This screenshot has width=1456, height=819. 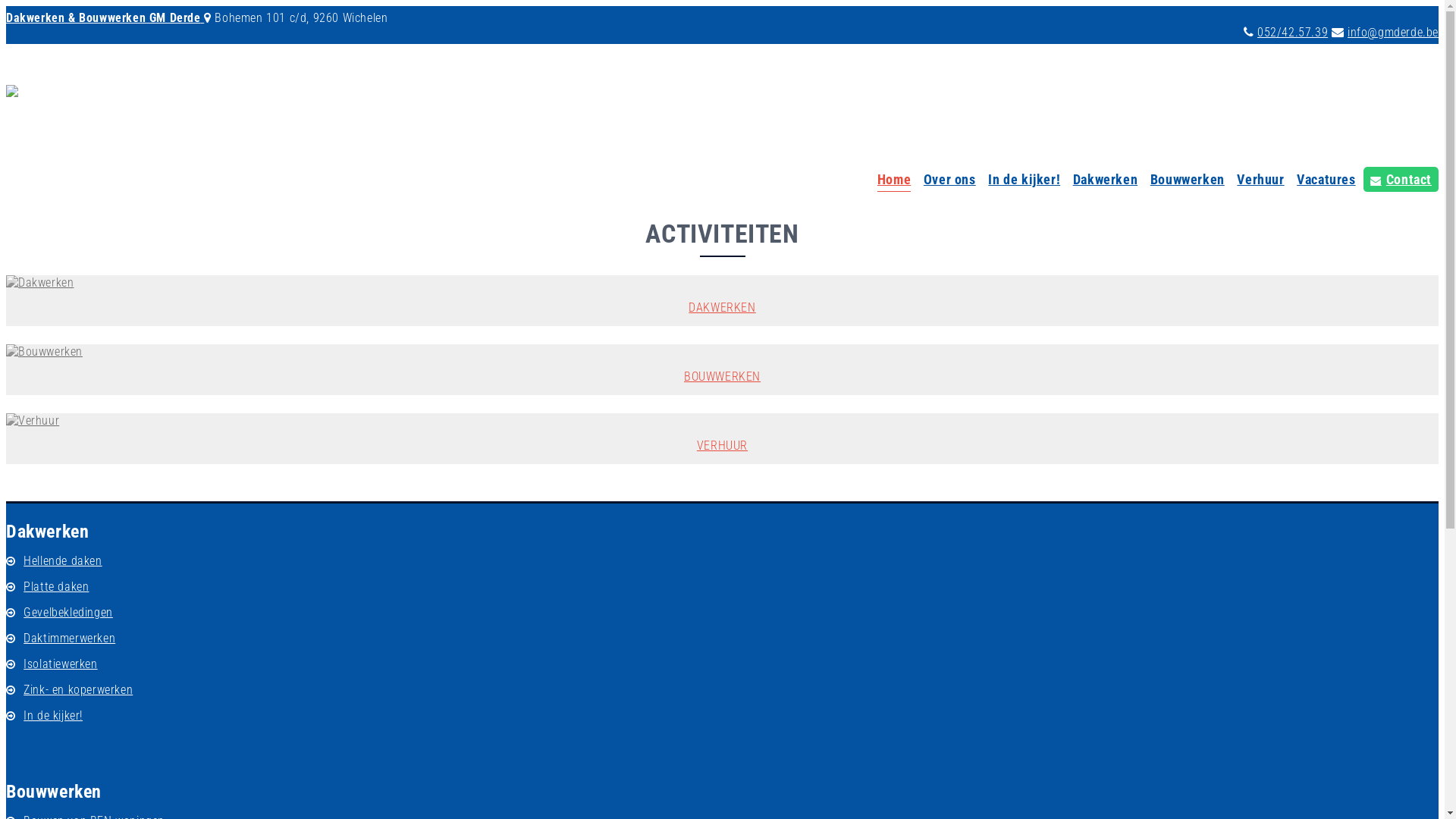 What do you see at coordinates (1363, 178) in the screenshot?
I see `'Contact'` at bounding box center [1363, 178].